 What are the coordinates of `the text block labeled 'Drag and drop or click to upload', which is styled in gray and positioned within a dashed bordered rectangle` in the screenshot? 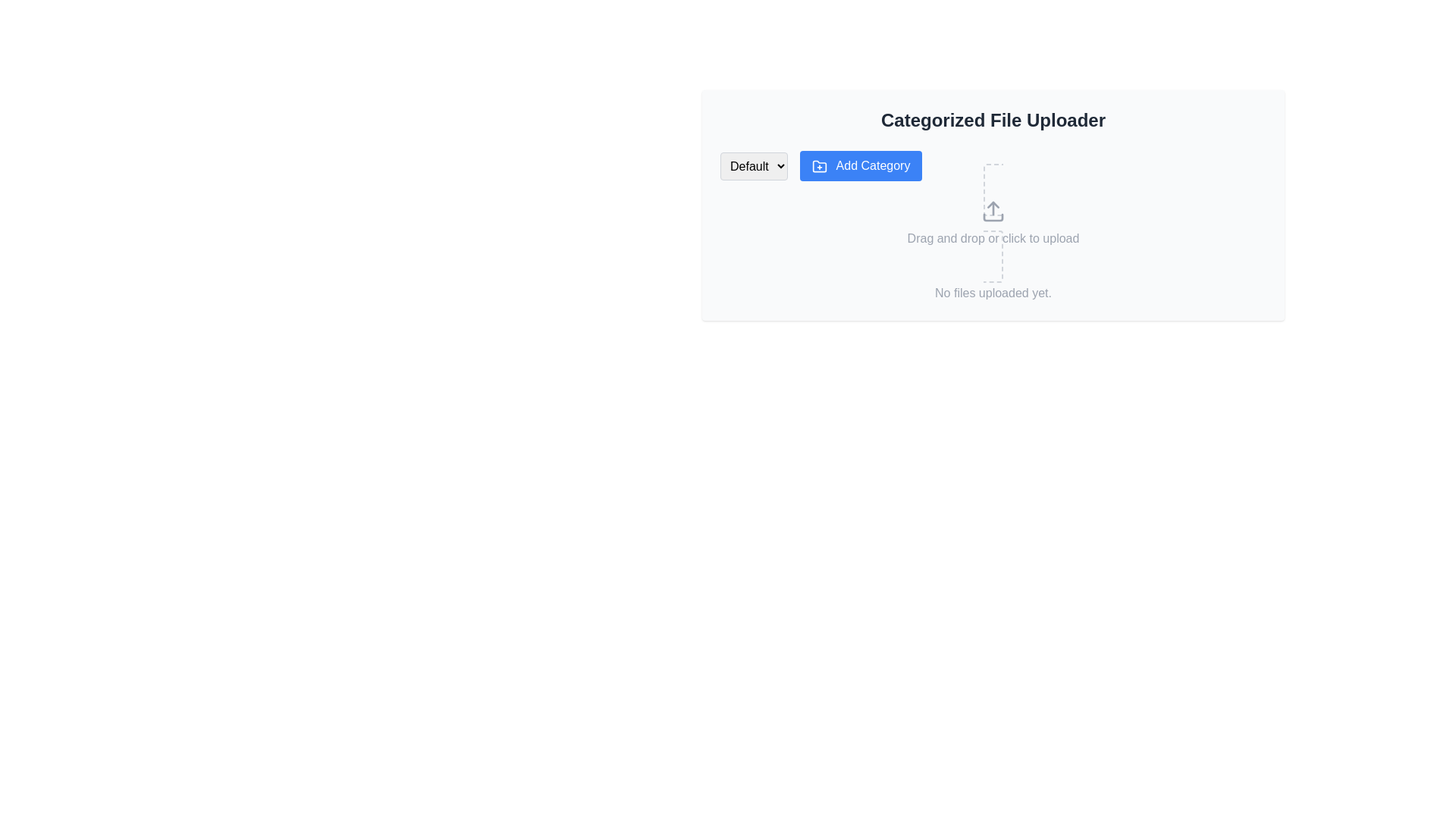 It's located at (993, 239).